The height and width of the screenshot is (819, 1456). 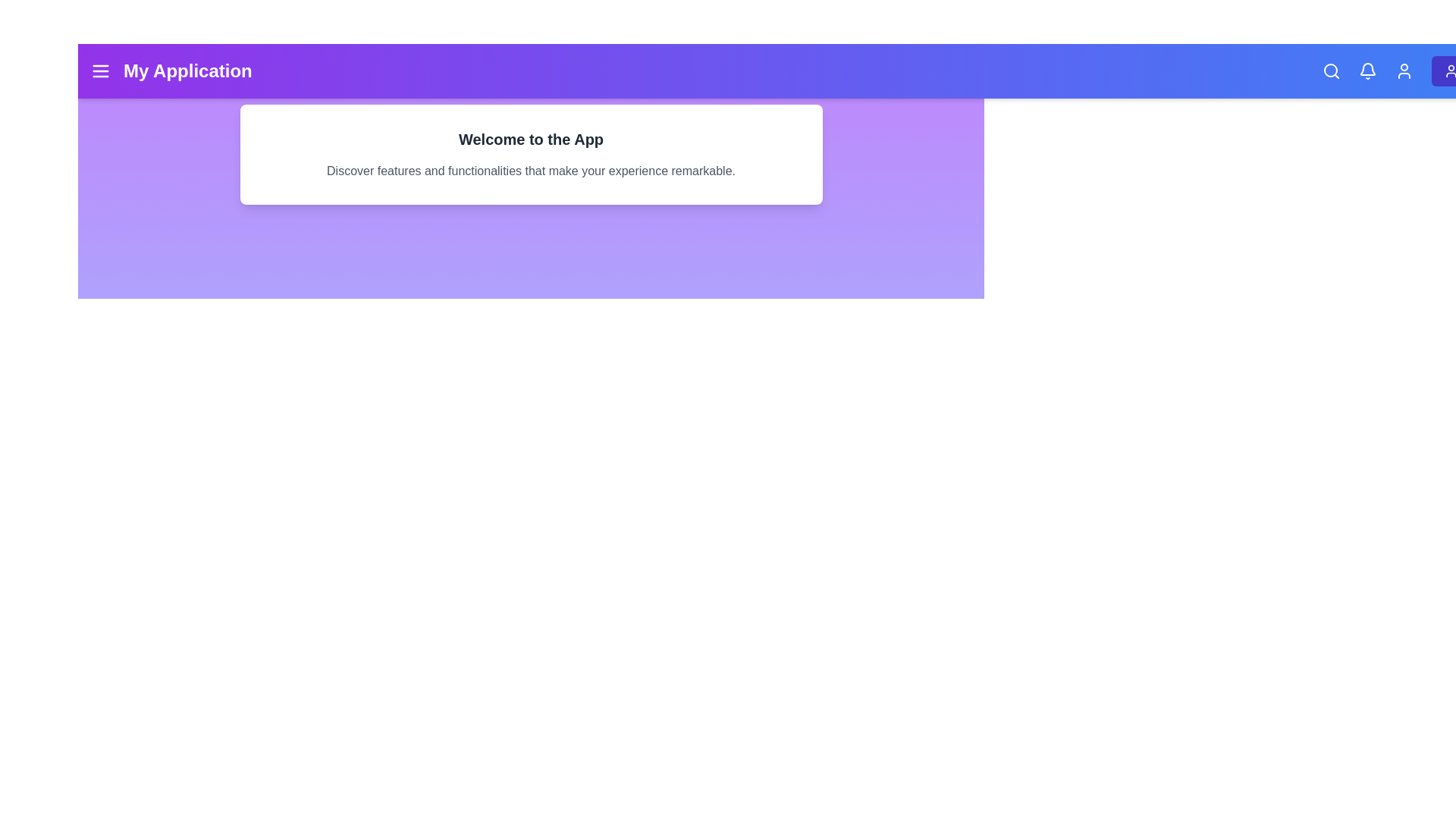 What do you see at coordinates (1403, 71) in the screenshot?
I see `the user profile icon` at bounding box center [1403, 71].